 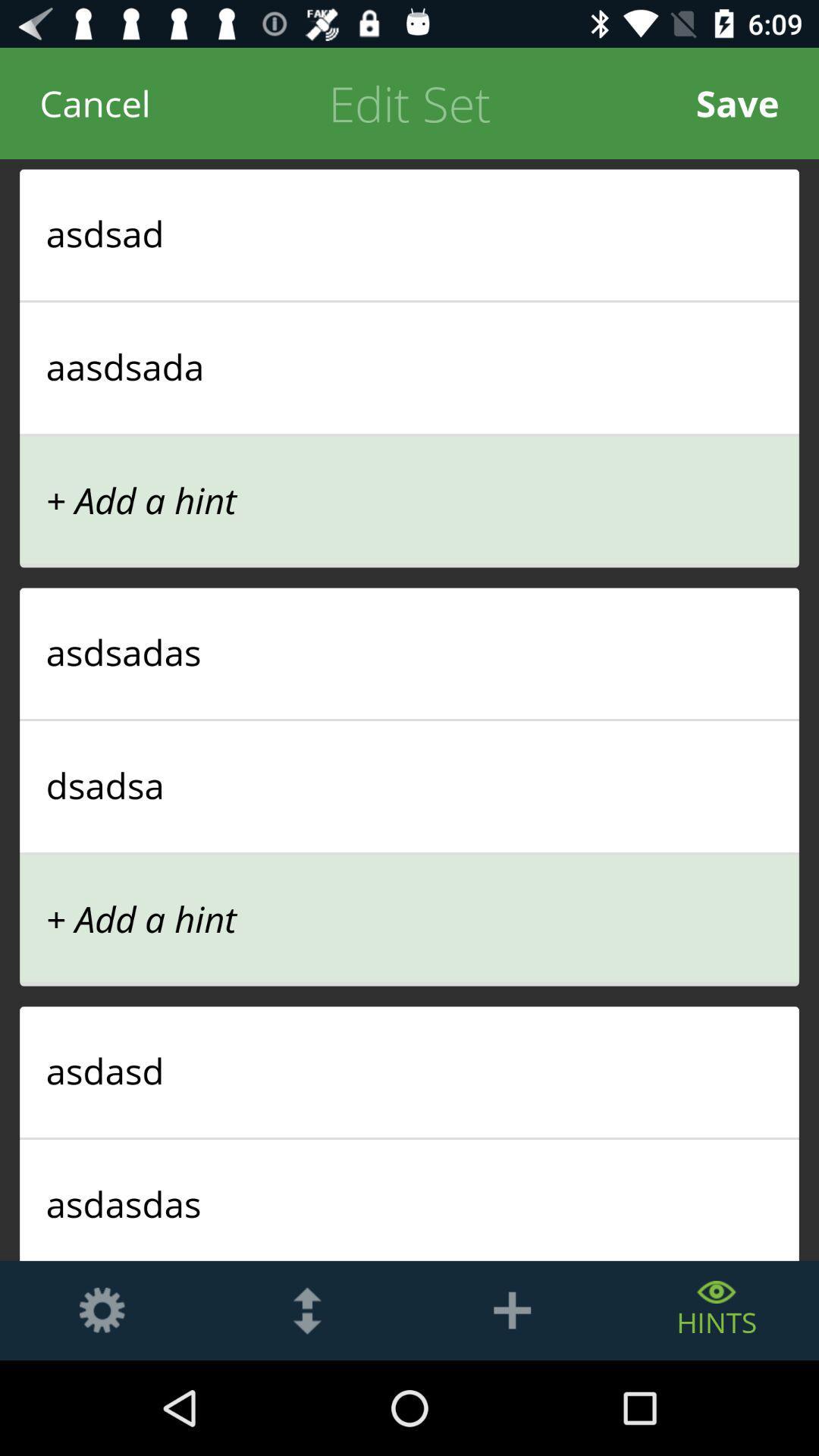 I want to click on the item at the bottom right corner, so click(x=717, y=1310).